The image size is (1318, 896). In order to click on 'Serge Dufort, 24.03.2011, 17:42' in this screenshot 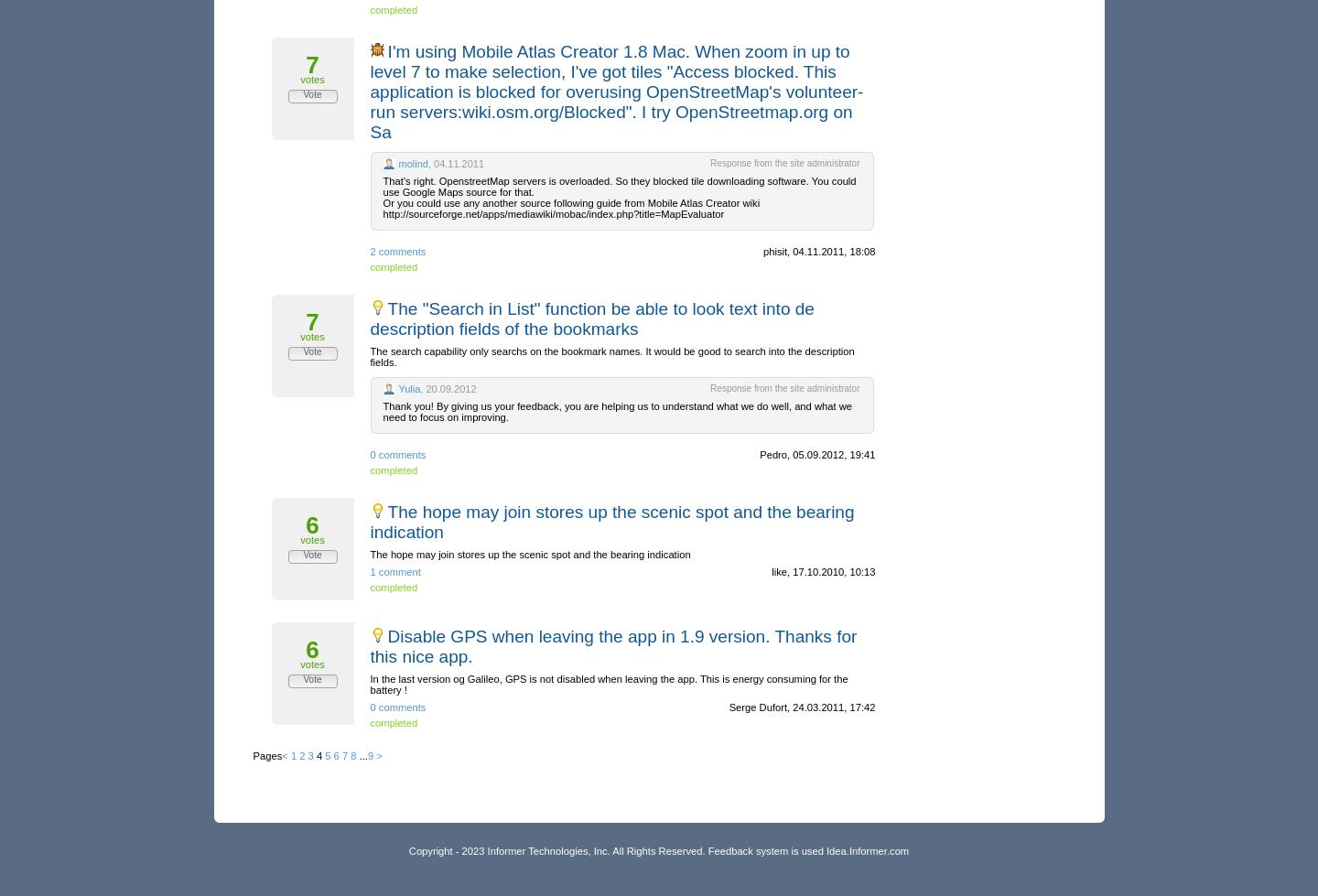, I will do `click(800, 707)`.